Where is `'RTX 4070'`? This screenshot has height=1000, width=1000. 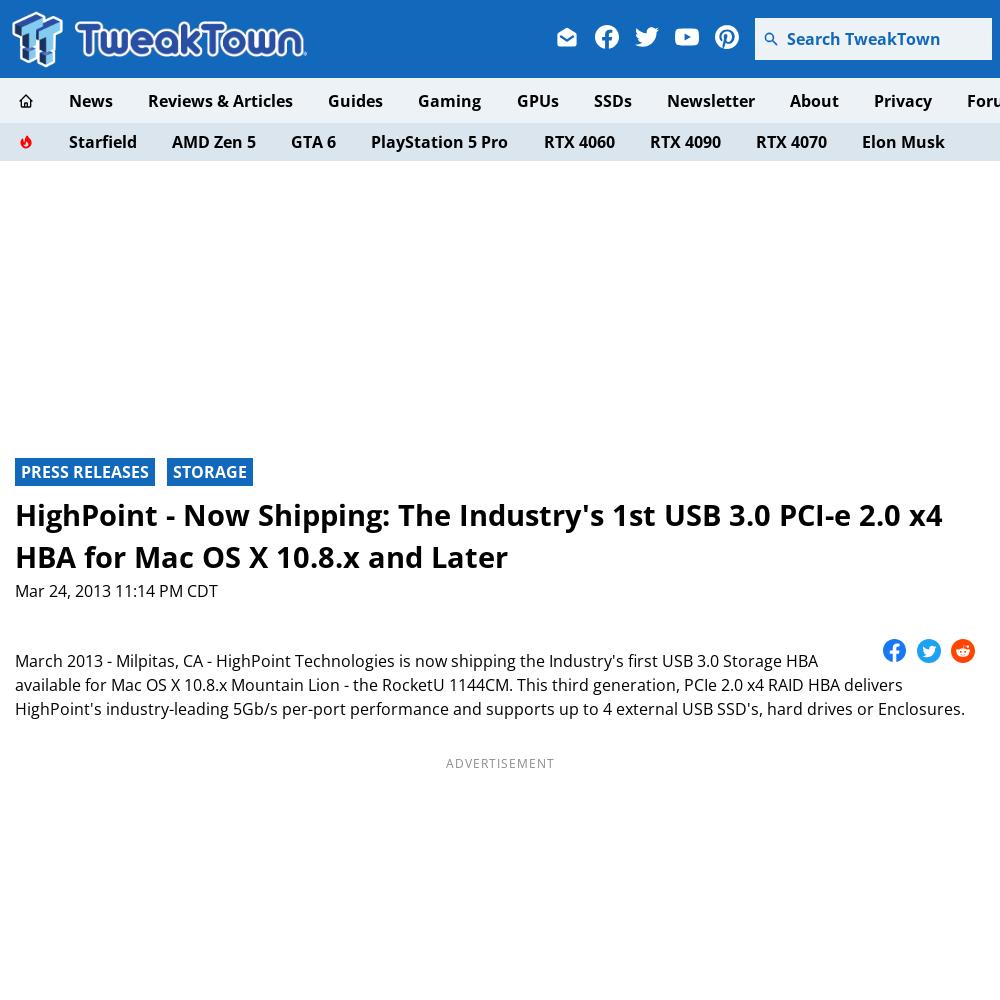 'RTX 4070' is located at coordinates (790, 141).